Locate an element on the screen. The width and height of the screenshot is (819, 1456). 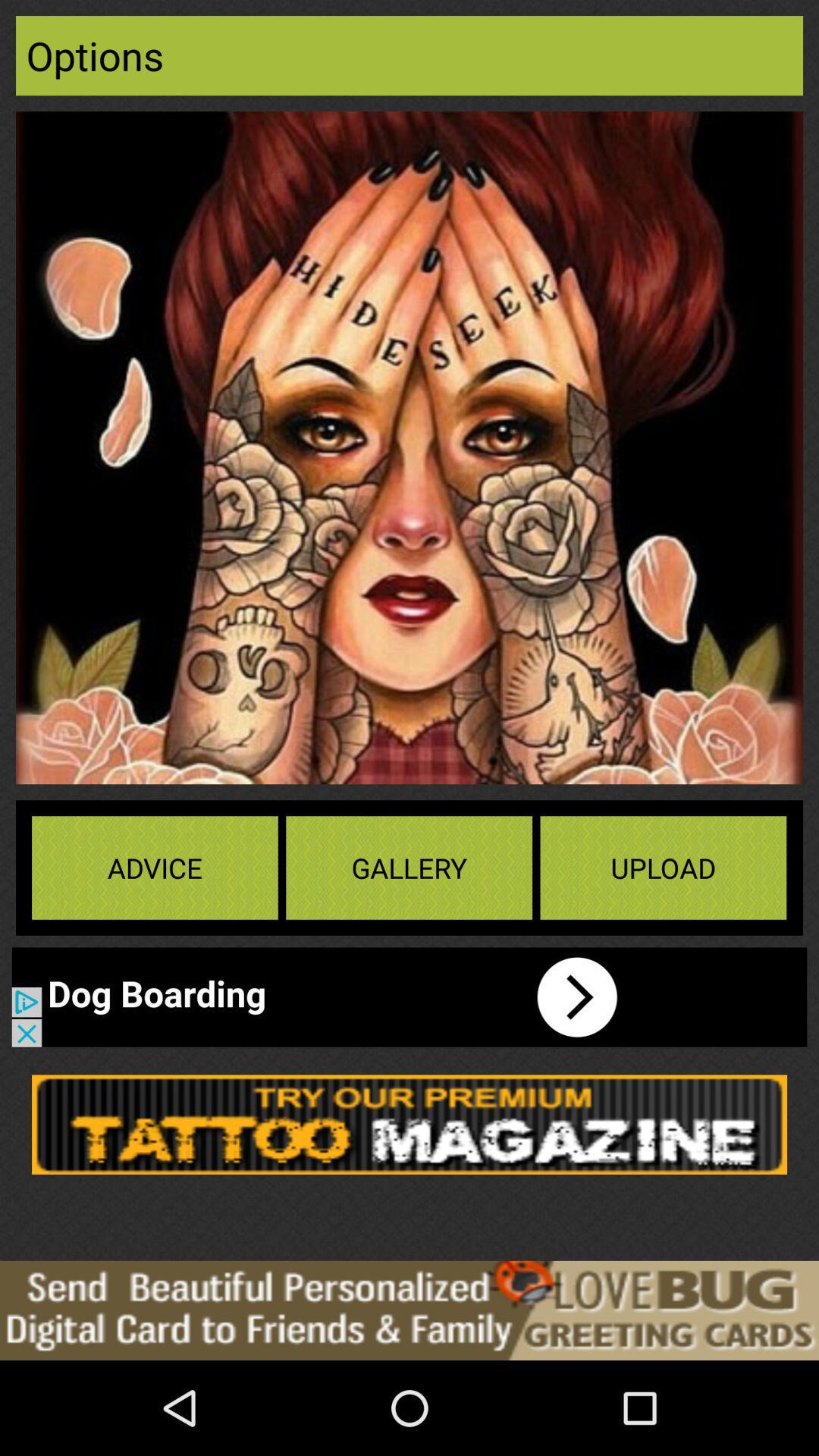
into is located at coordinates (329, 997).